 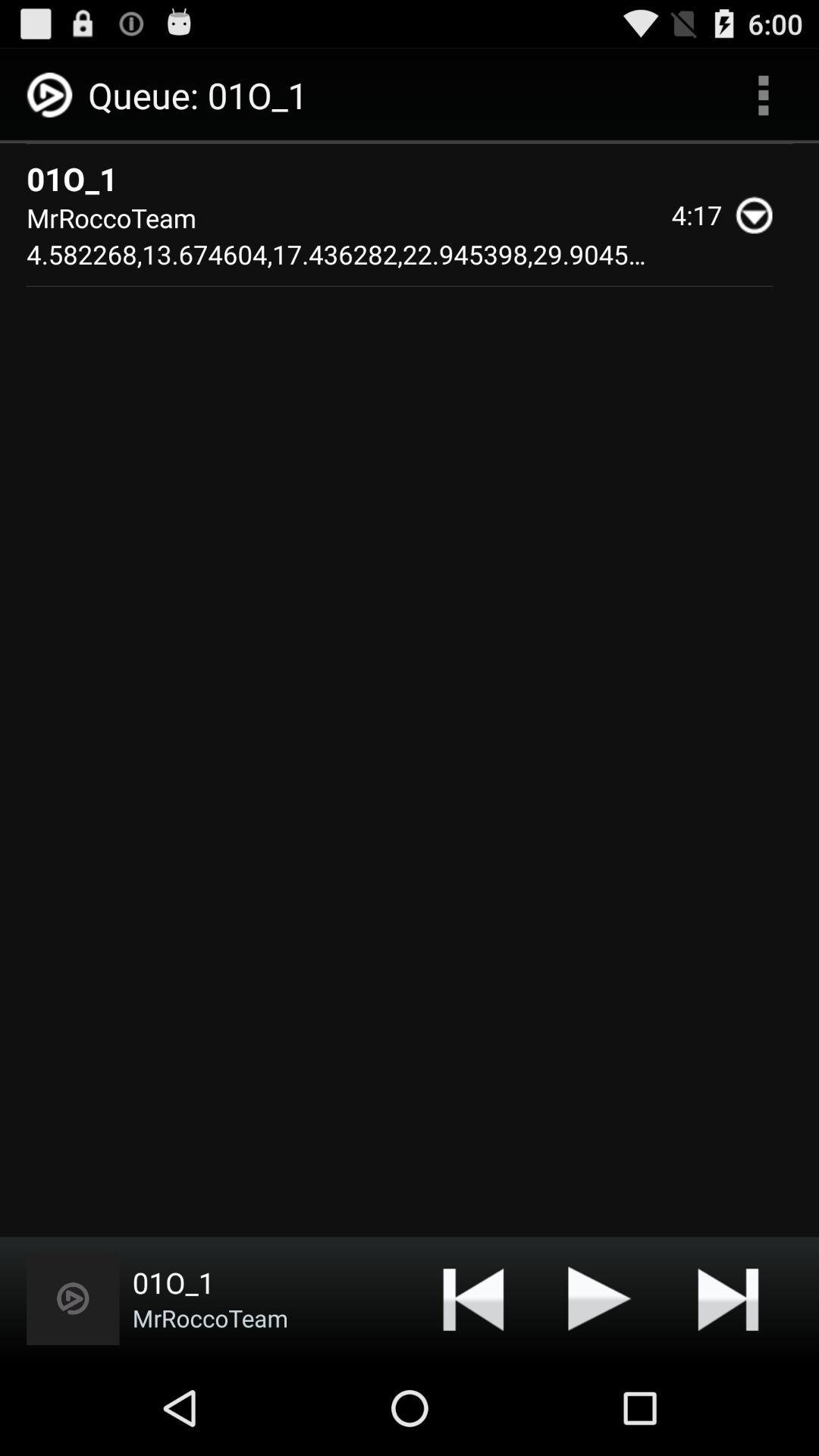 What do you see at coordinates (472, 1298) in the screenshot?
I see `icon at the bottom` at bounding box center [472, 1298].